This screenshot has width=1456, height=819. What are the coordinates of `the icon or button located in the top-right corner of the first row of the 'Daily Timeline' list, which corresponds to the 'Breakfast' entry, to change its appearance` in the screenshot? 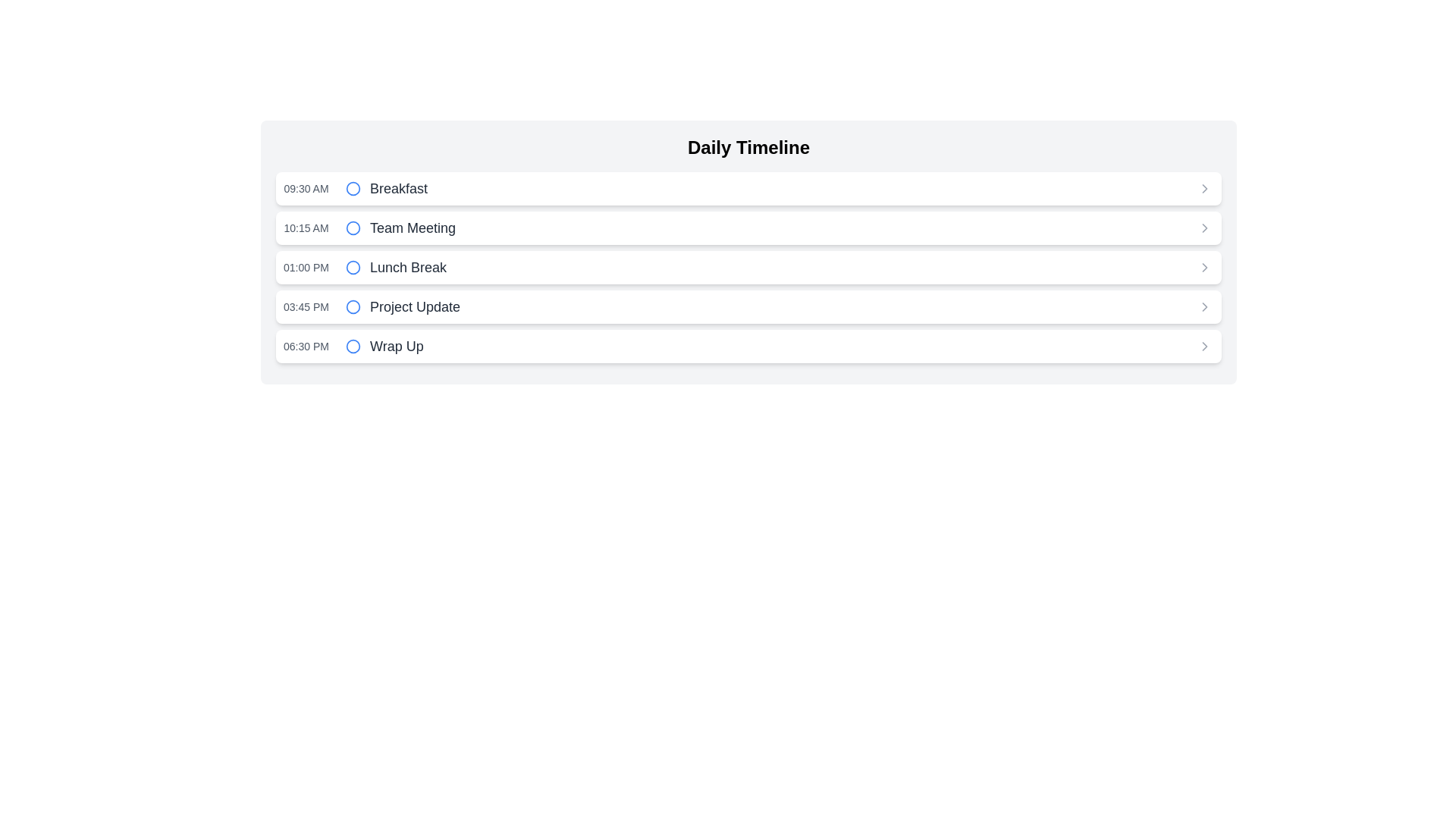 It's located at (1203, 188).